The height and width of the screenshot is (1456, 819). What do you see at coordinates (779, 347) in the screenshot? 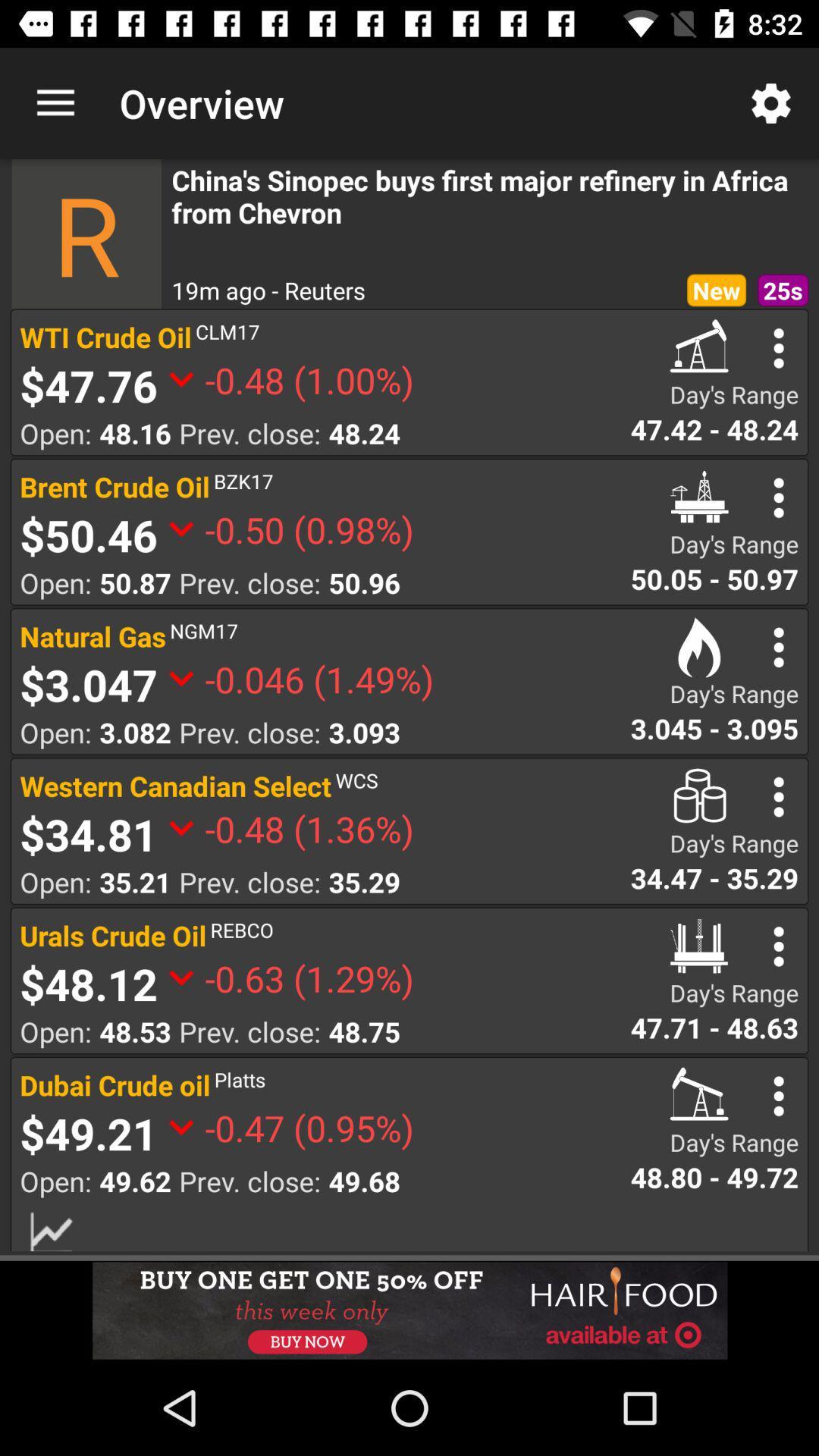
I see `setting bar option` at bounding box center [779, 347].